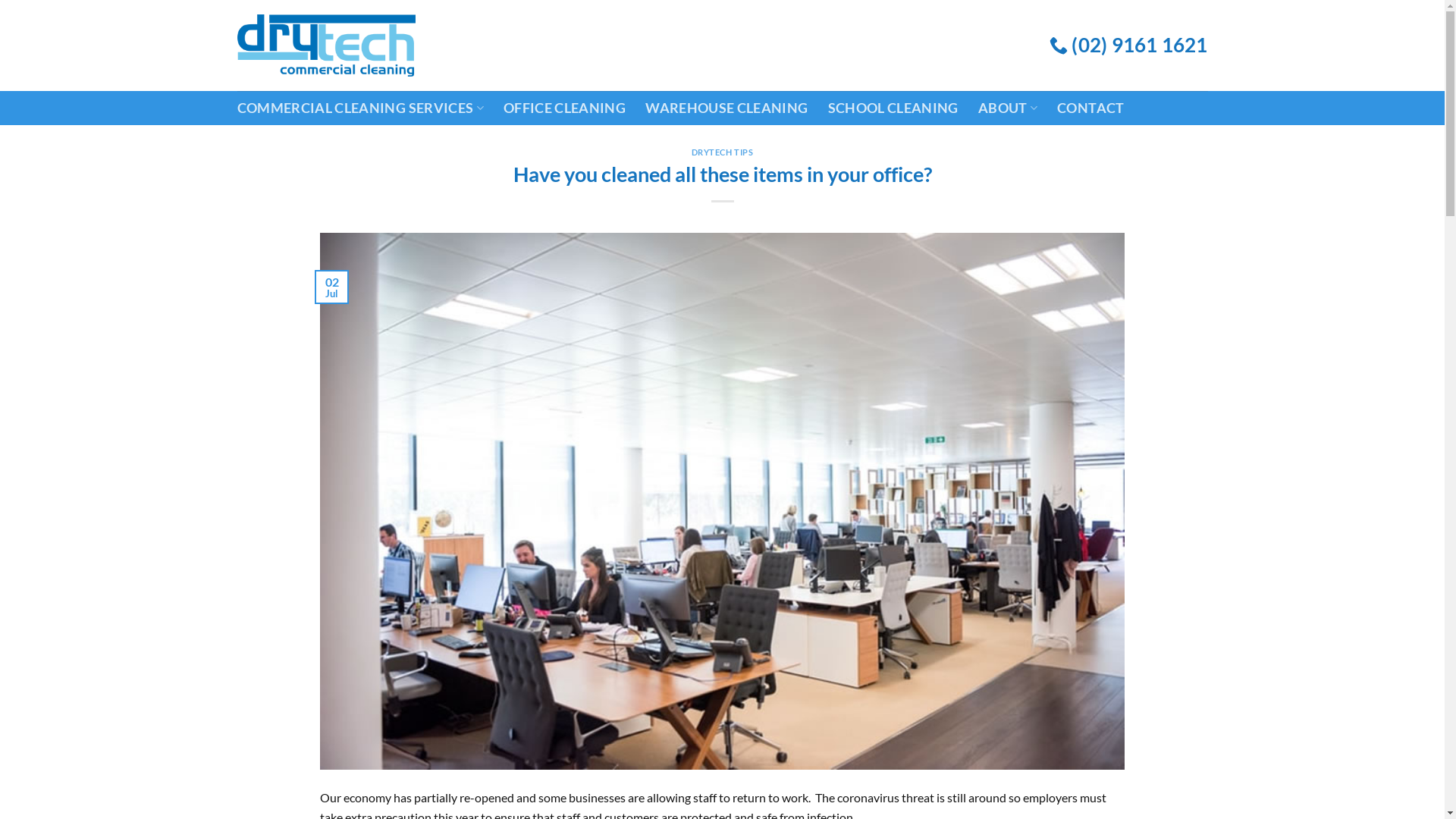  I want to click on 'Skip to content', so click(0, 0).